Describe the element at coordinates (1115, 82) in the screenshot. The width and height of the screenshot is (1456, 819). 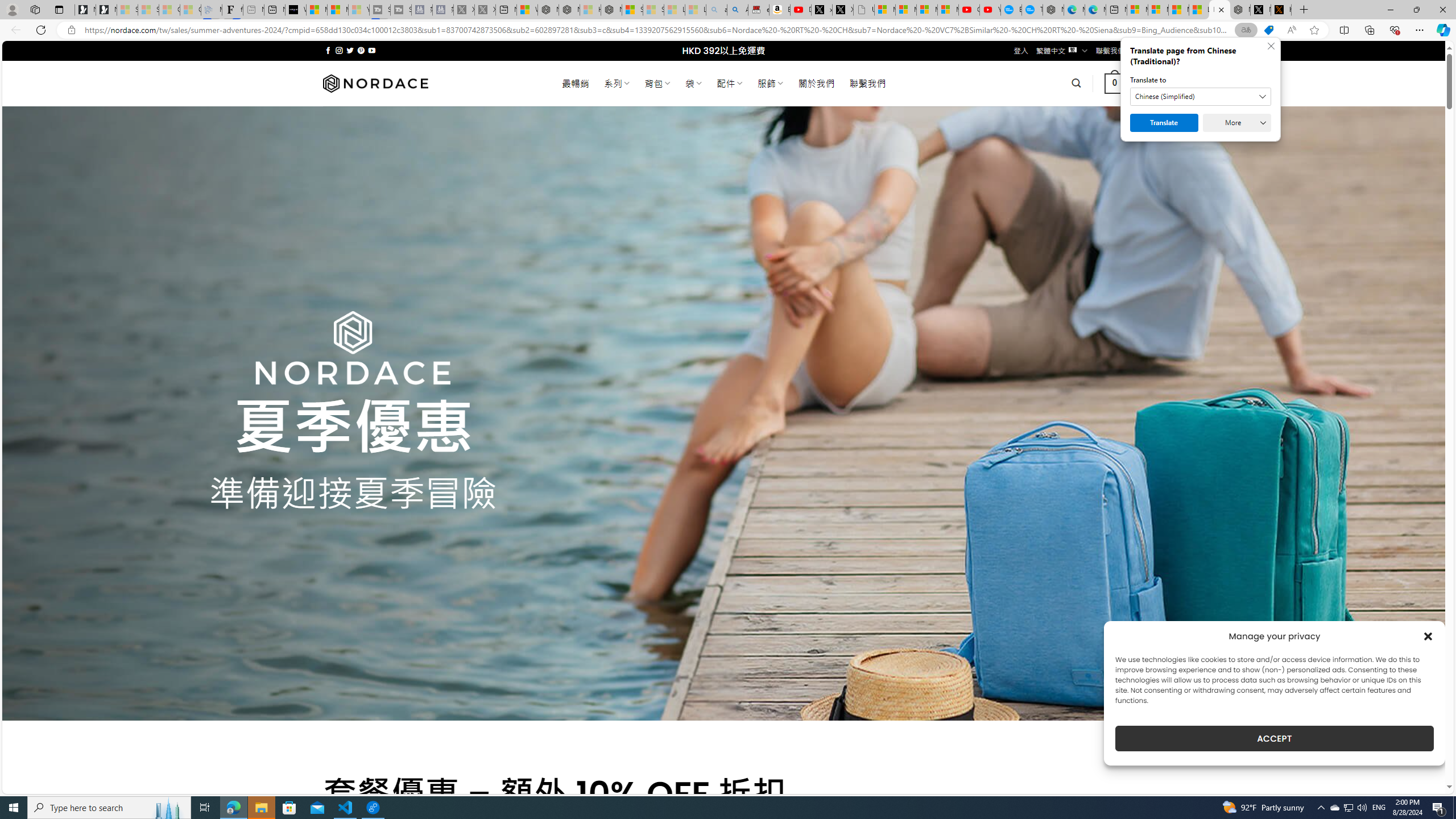
I see `' 0 '` at that location.